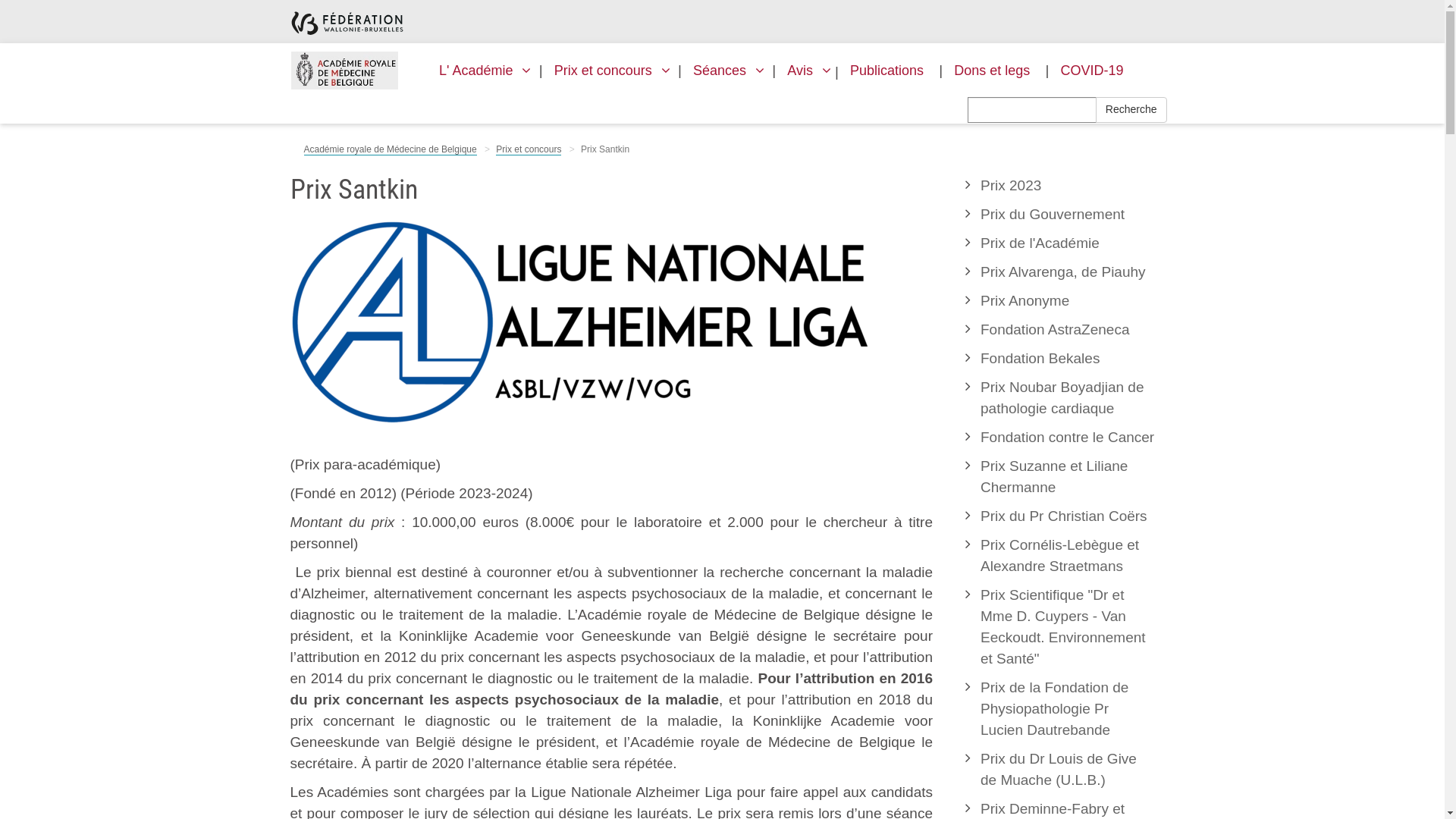 The image size is (1456, 819). What do you see at coordinates (344, 70) in the screenshot?
I see `'ARMB'` at bounding box center [344, 70].